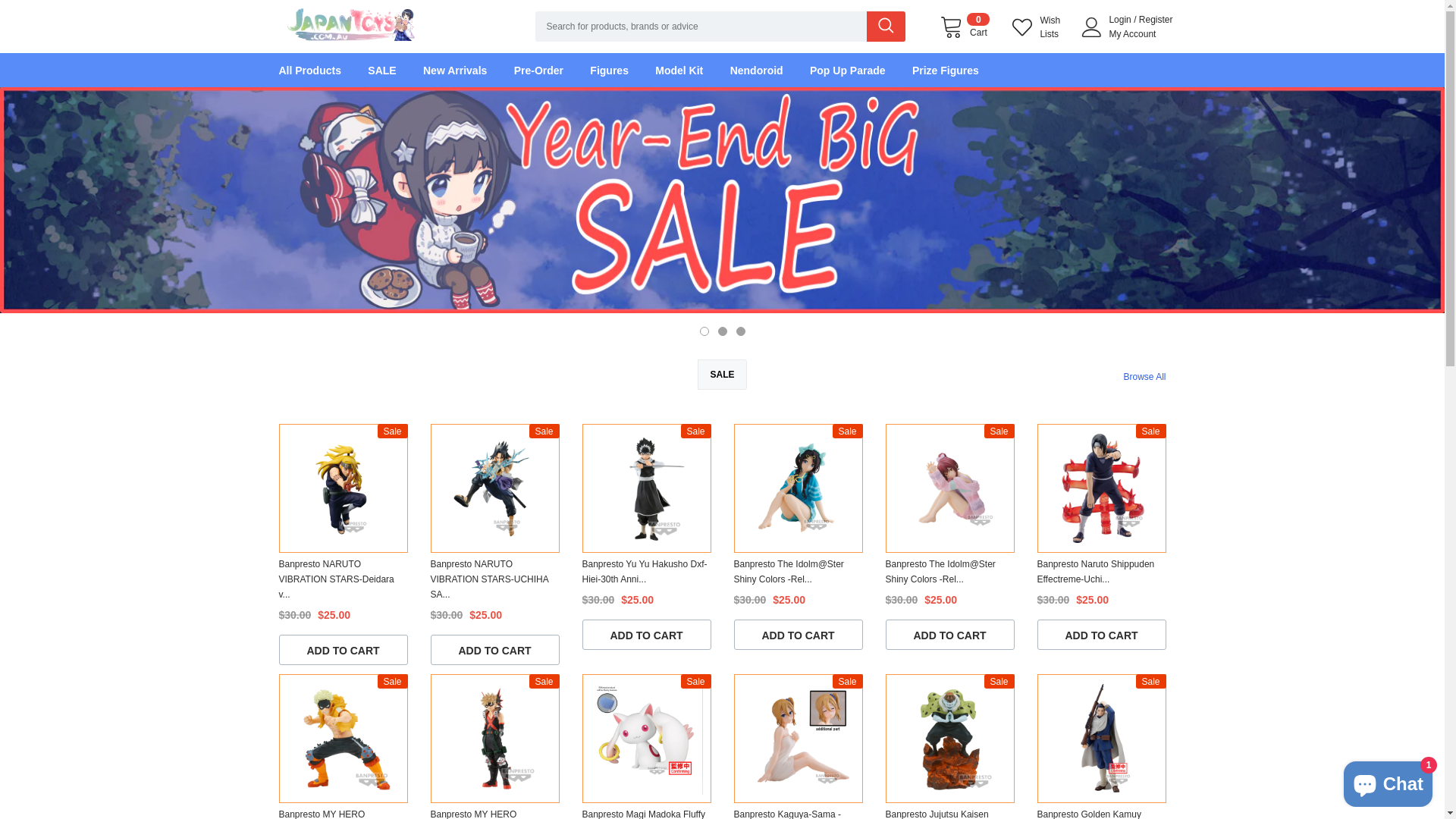 This screenshot has height=819, width=1456. What do you see at coordinates (1144, 376) in the screenshot?
I see `'Browse All'` at bounding box center [1144, 376].